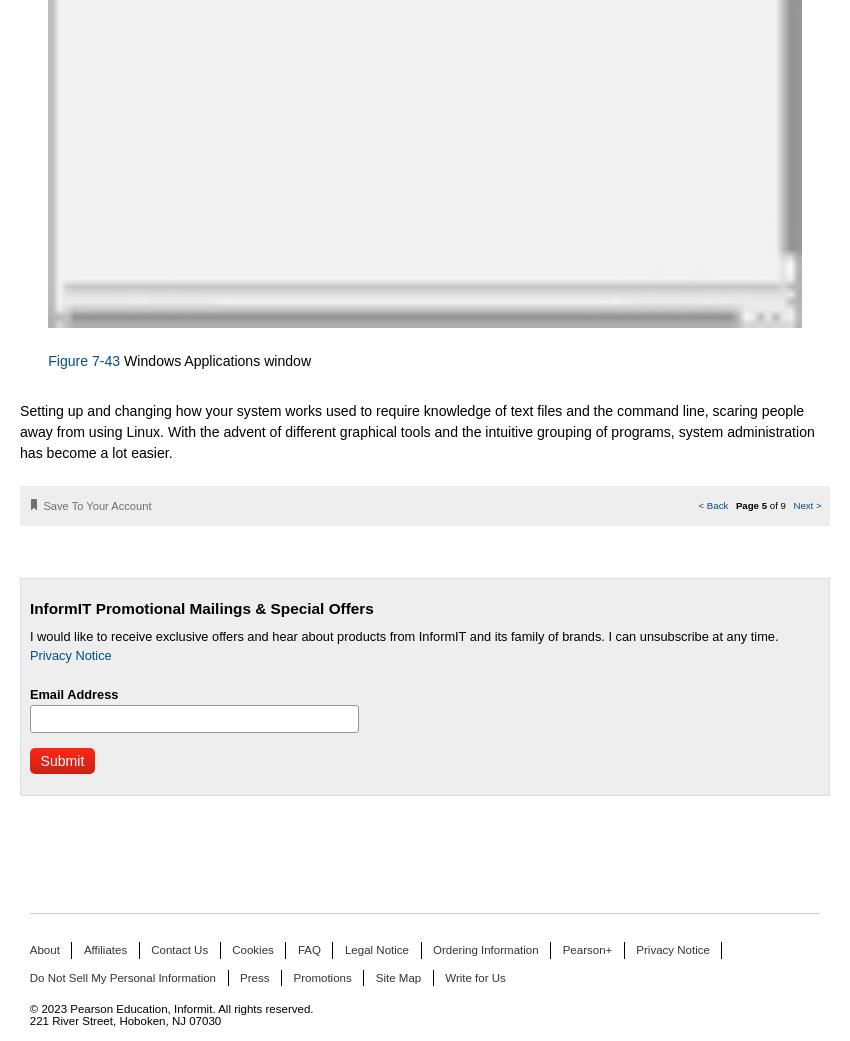 The width and height of the screenshot is (850, 1041). I want to click on 'Informit', so click(171, 1009).